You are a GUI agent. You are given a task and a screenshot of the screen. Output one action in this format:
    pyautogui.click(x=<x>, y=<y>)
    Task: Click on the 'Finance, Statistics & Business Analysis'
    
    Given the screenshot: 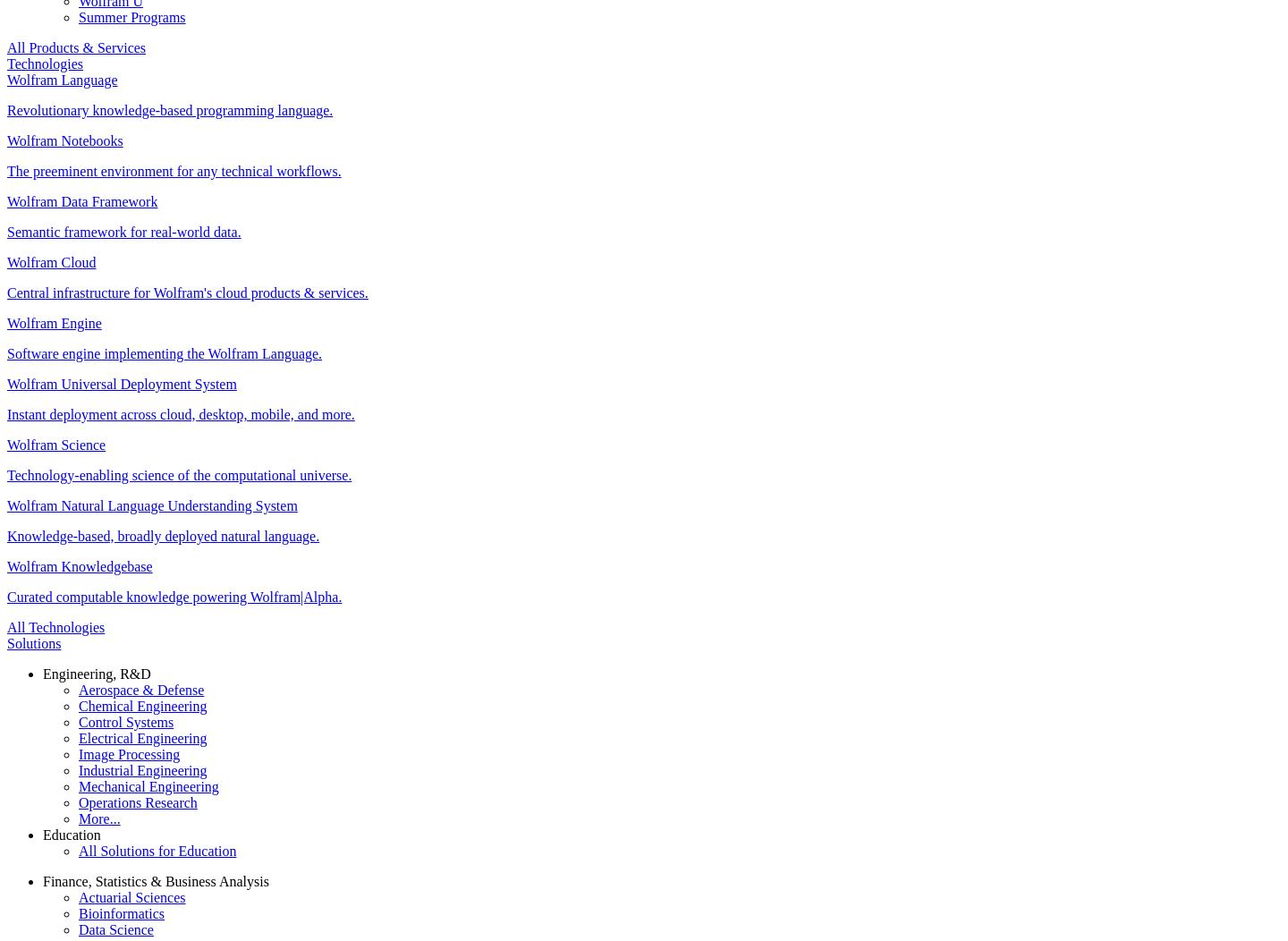 What is the action you would take?
    pyautogui.click(x=154, y=880)
    